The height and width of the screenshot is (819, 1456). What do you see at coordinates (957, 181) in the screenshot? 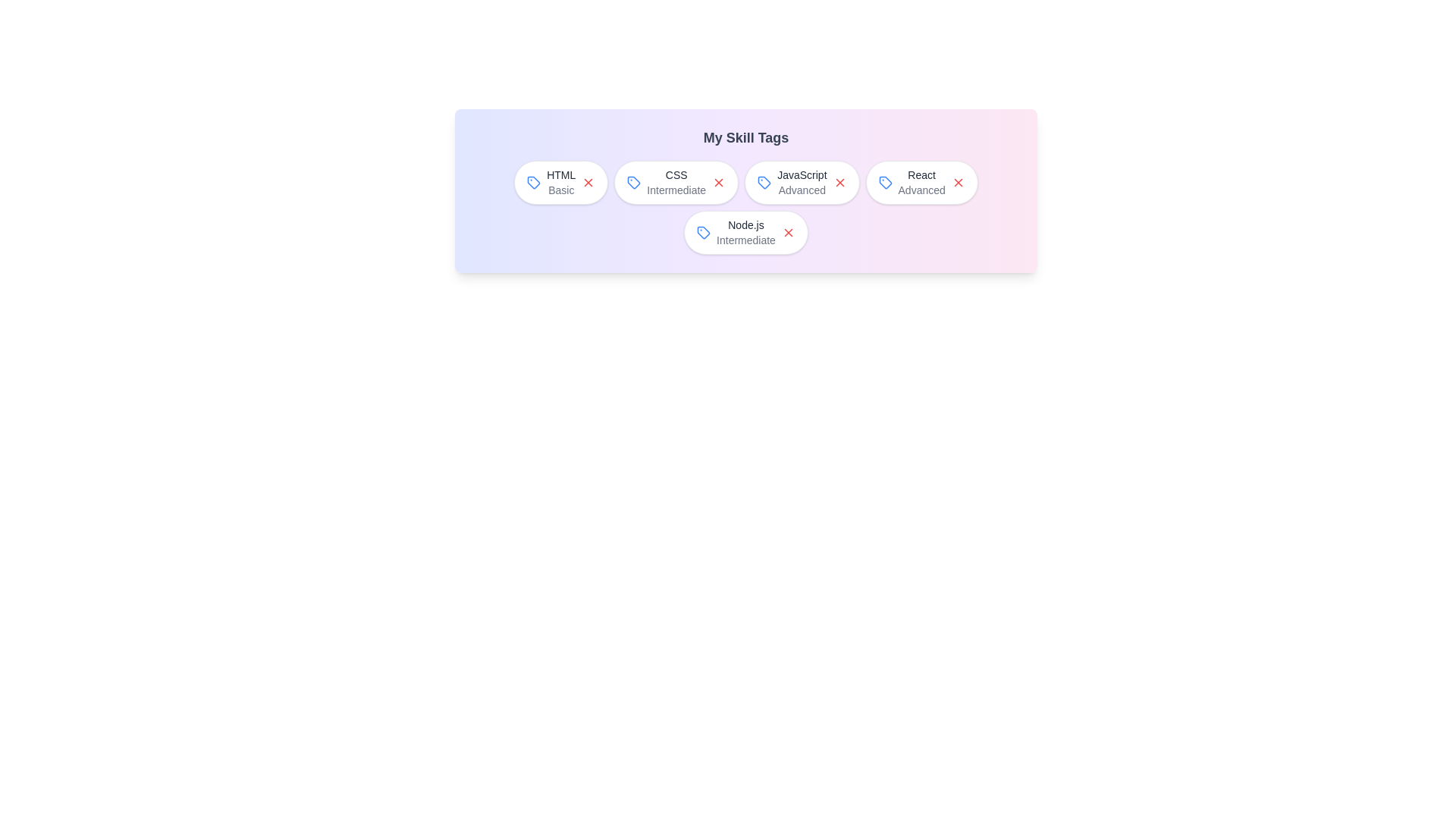
I see `close button of the skill tag with label React` at bounding box center [957, 181].